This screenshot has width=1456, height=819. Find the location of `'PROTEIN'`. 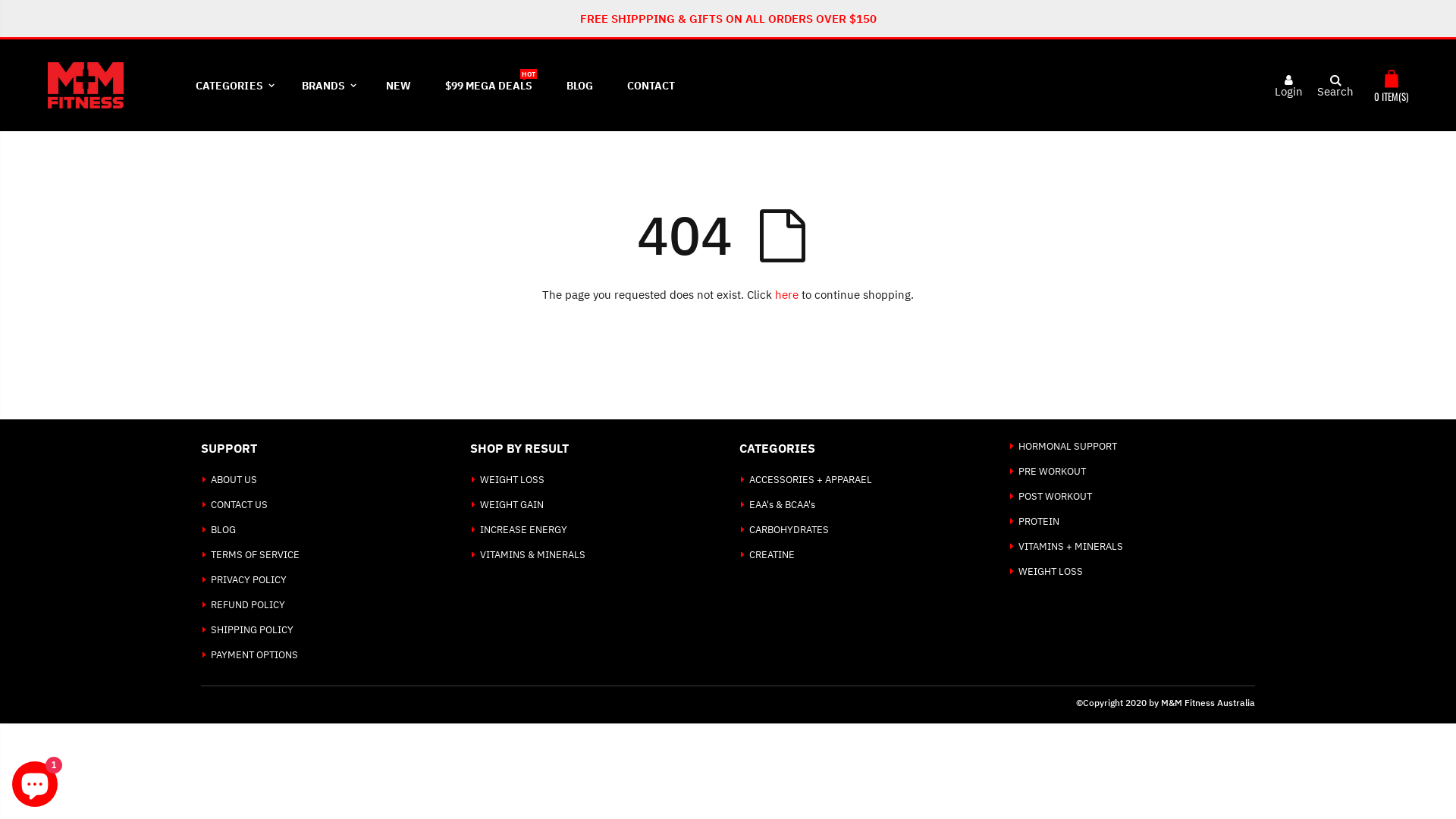

'PROTEIN' is located at coordinates (1037, 520).